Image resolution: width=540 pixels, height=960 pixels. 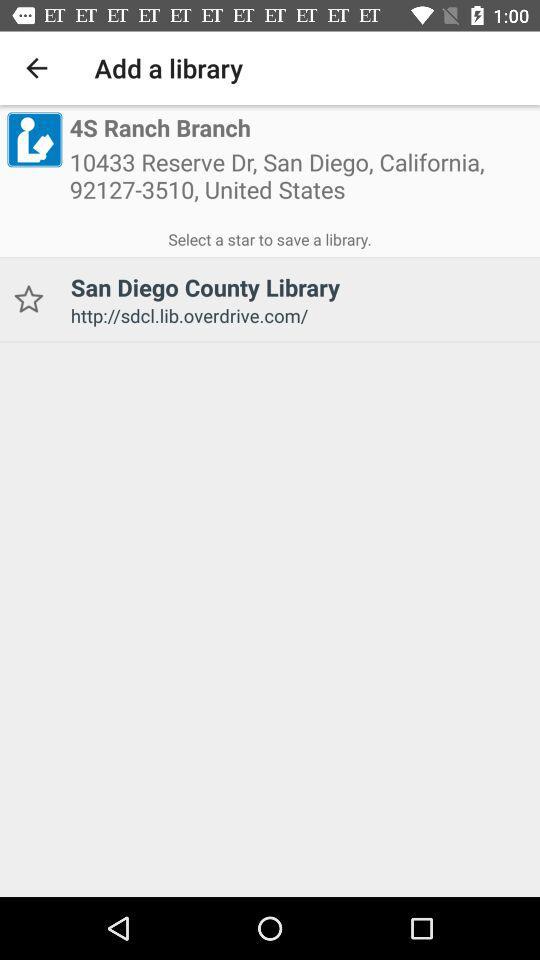 What do you see at coordinates (270, 236) in the screenshot?
I see `item below the 10433 reserve dr item` at bounding box center [270, 236].